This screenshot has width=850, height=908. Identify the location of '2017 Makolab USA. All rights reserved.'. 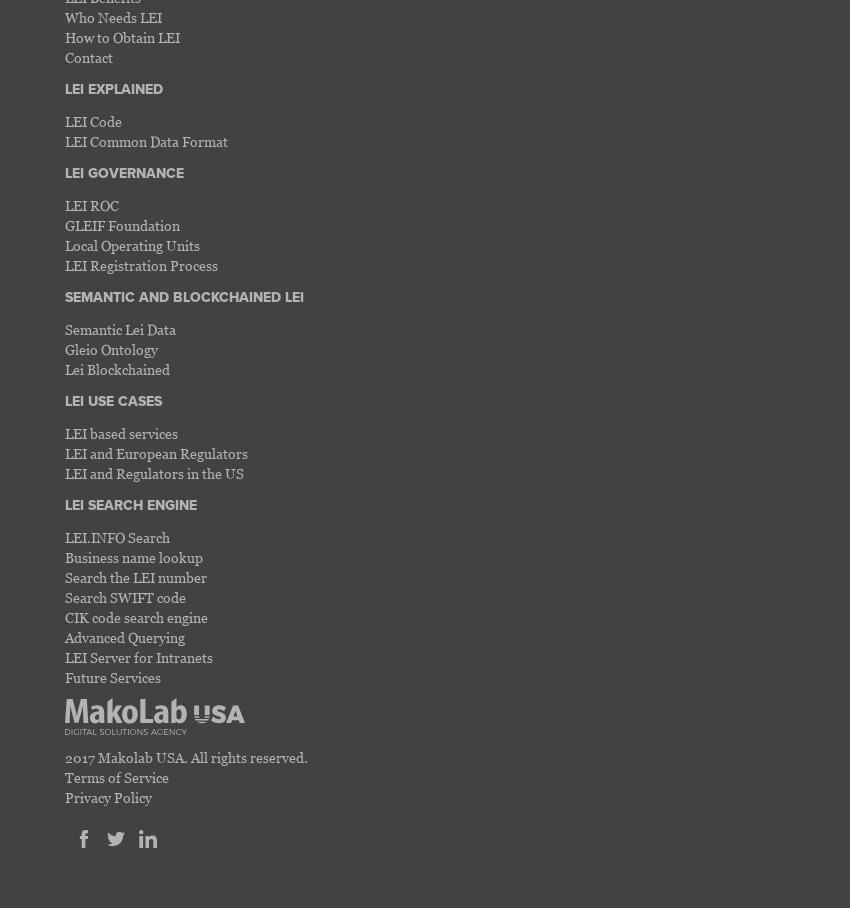
(65, 756).